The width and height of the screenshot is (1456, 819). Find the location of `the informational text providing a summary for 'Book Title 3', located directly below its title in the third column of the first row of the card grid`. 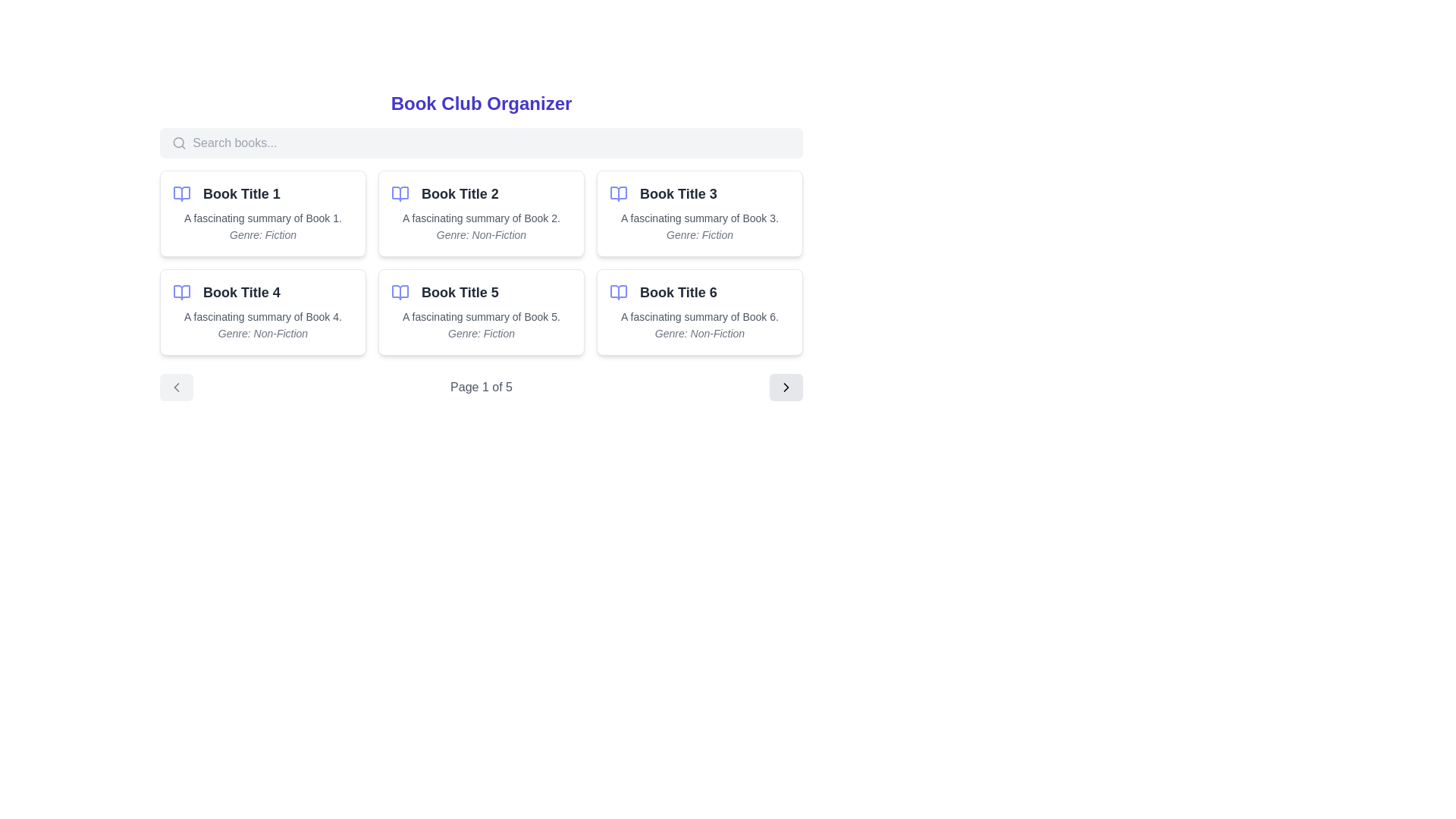

the informational text providing a summary for 'Book Title 3', located directly below its title in the third column of the first row of the card grid is located at coordinates (698, 218).